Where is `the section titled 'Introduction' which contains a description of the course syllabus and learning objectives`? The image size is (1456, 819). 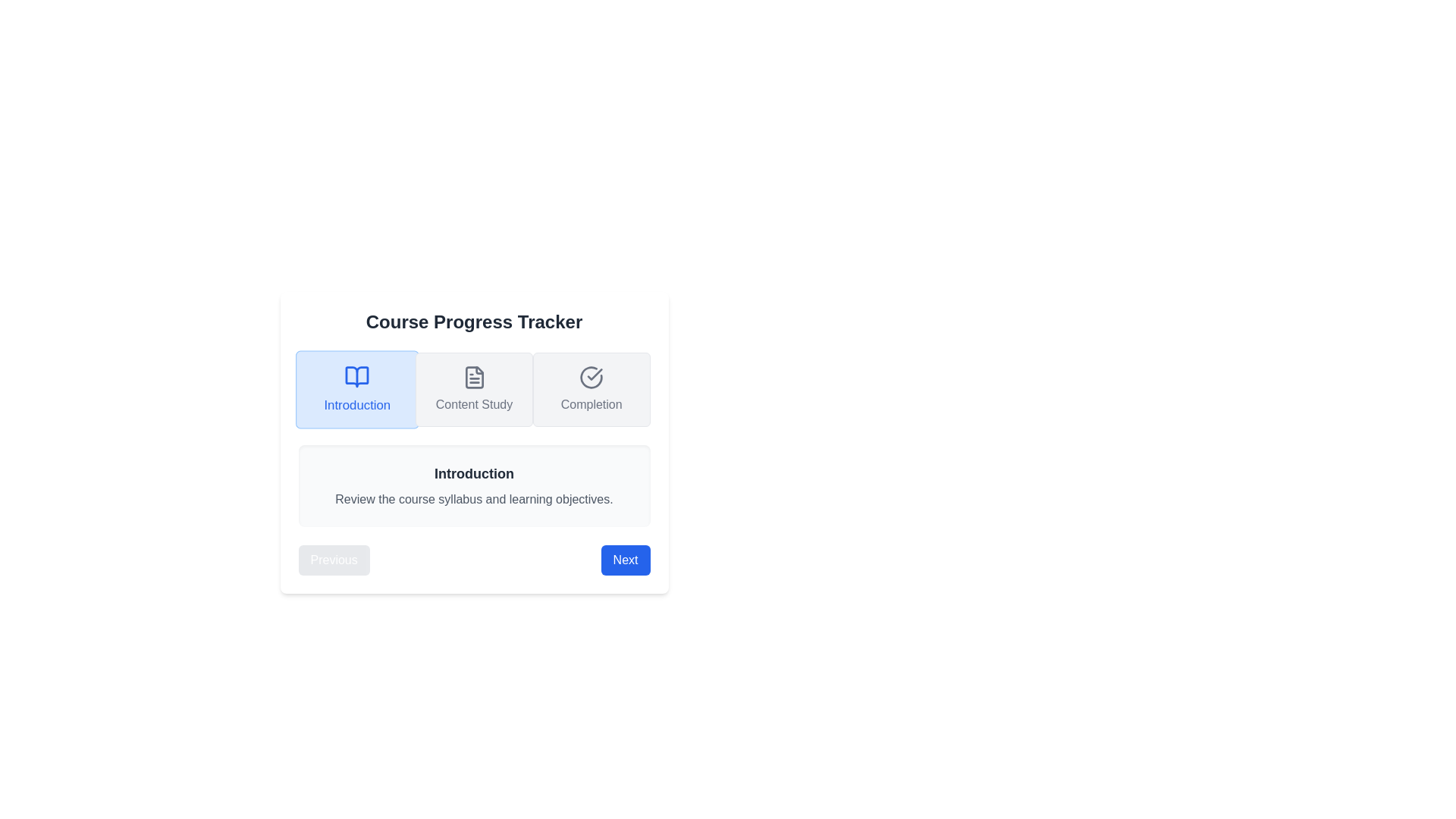 the section titled 'Introduction' which contains a description of the course syllabus and learning objectives is located at coordinates (473, 485).